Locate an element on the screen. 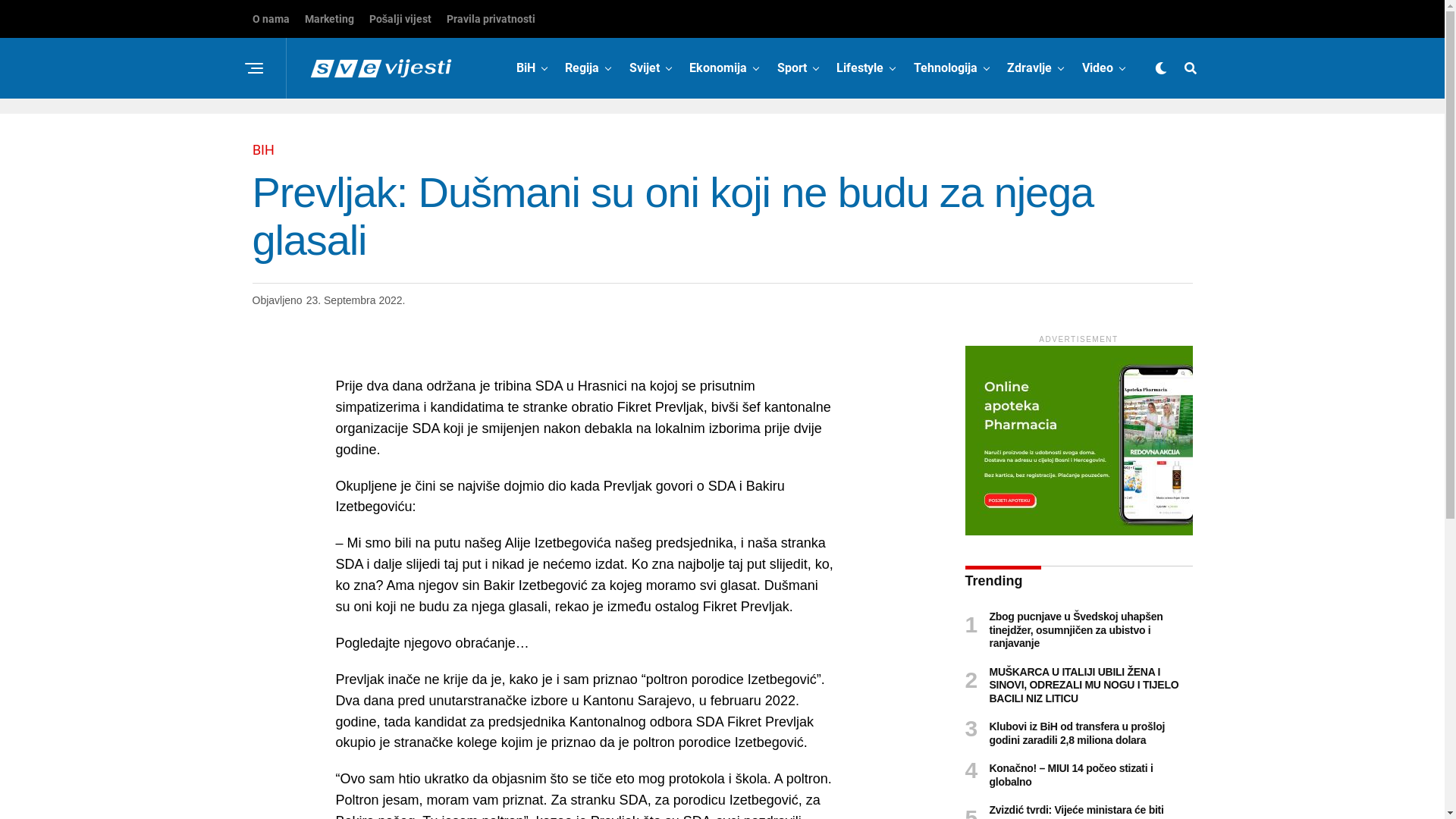  'BiH' is located at coordinates (526, 67).